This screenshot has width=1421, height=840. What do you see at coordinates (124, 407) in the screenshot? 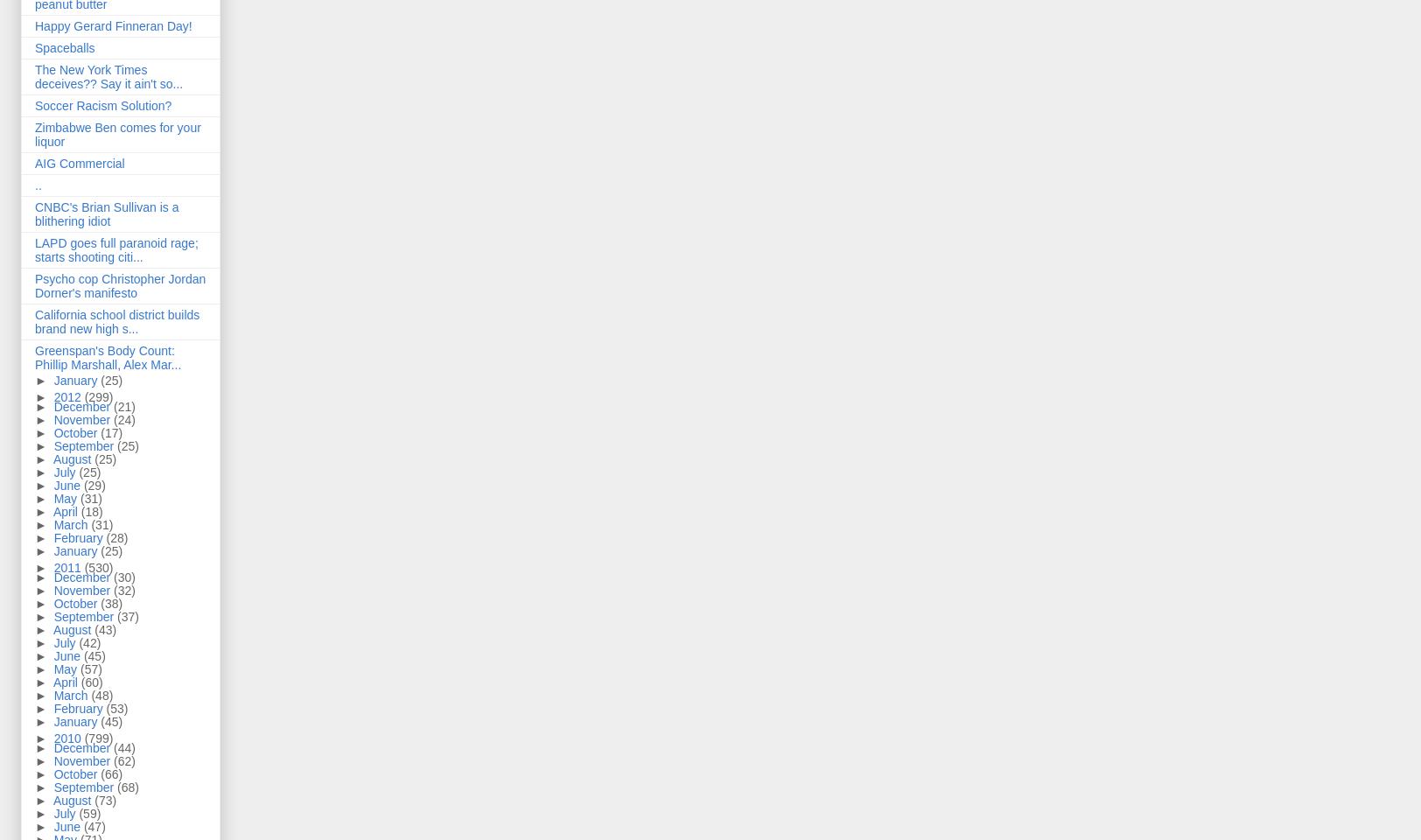
I see `'(21)'` at bounding box center [124, 407].